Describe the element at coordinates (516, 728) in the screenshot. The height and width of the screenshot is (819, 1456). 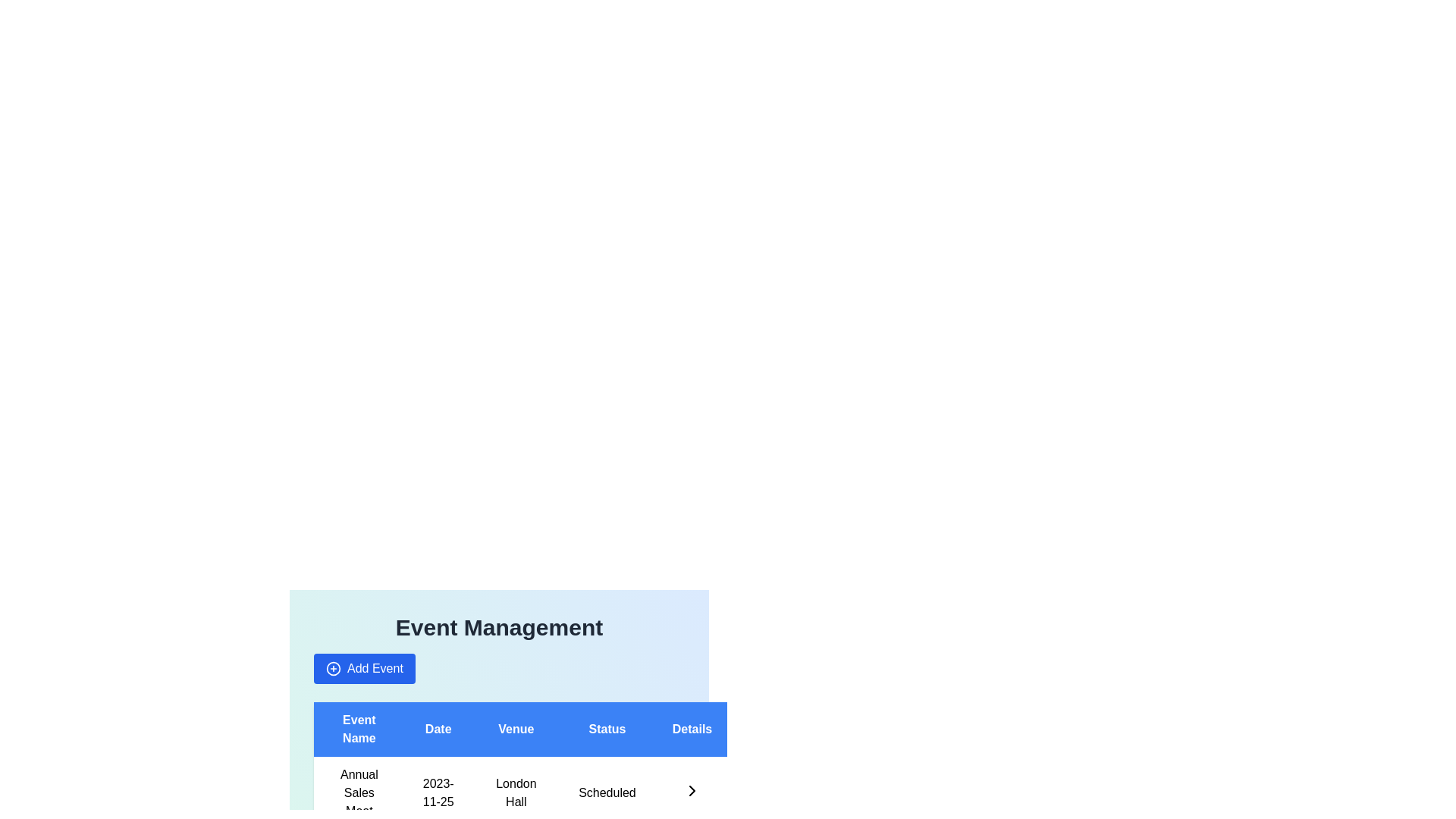
I see `the blue button labeled 'Venue' that is the third item in a horizontal menu of buttons, located centrally in the interface` at that location.